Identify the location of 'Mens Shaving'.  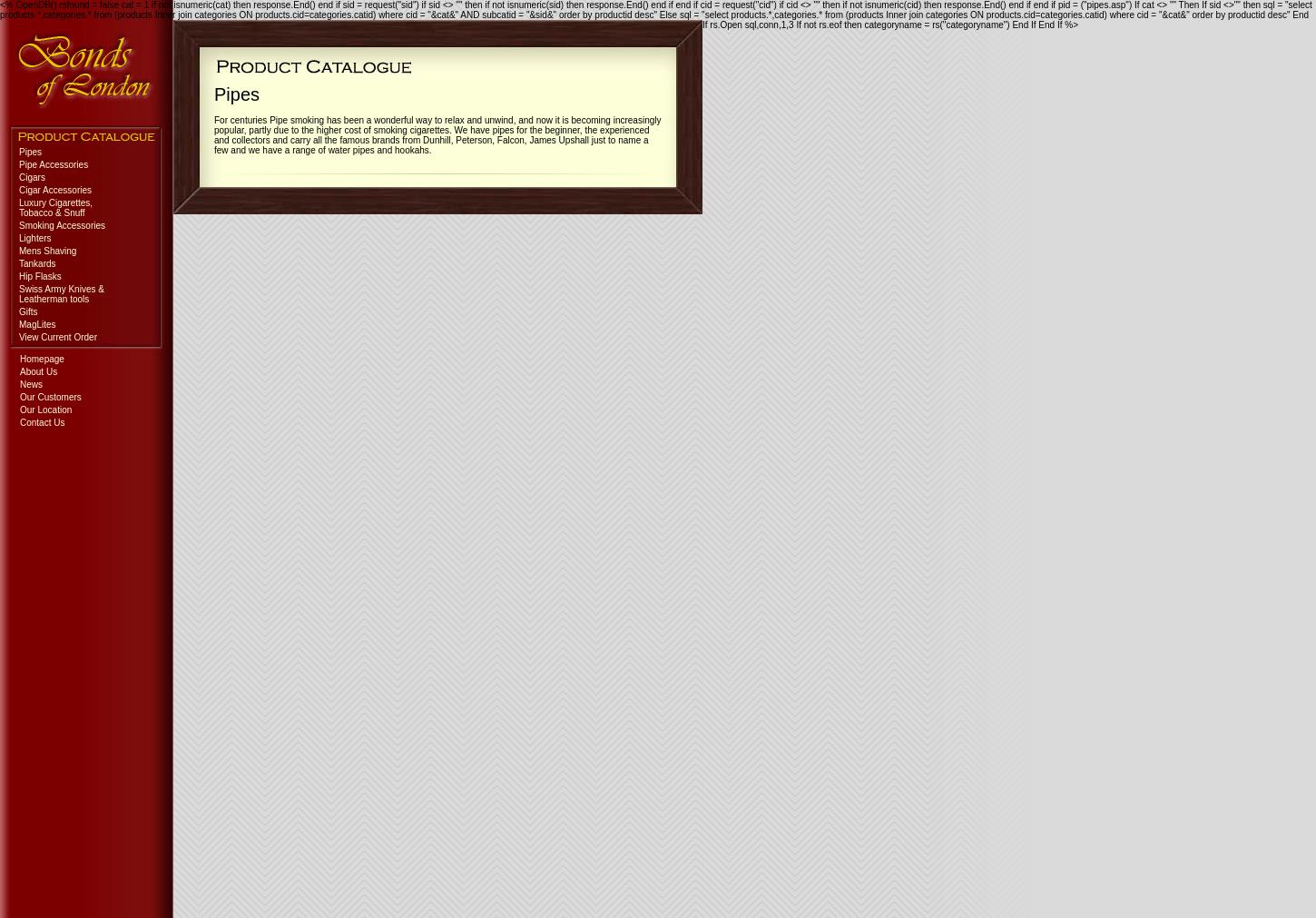
(47, 251).